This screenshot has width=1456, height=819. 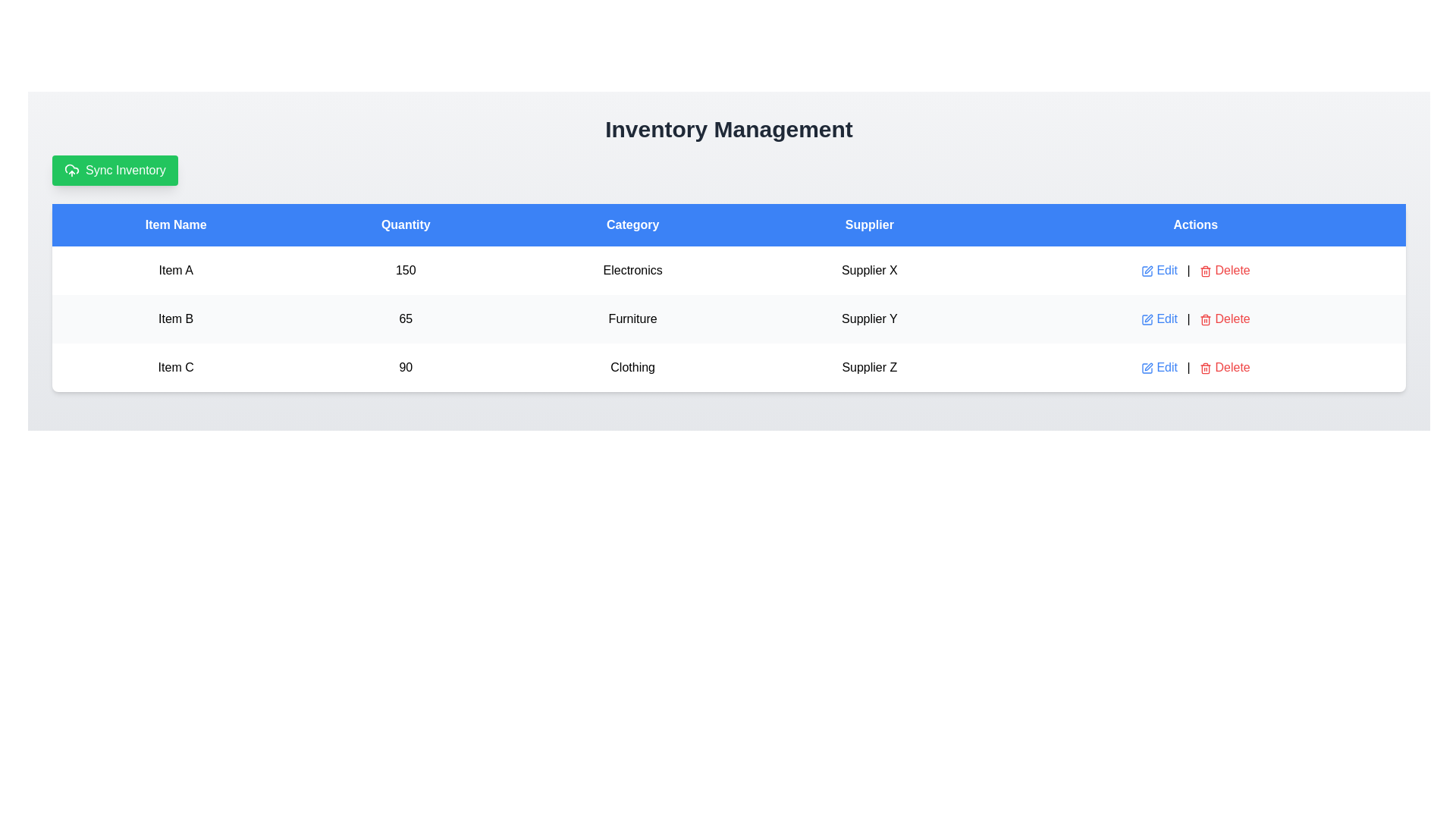 I want to click on the third Table Header Cell in the data table, which is positioned between 'Quantity' and 'Supplier', so click(x=632, y=225).